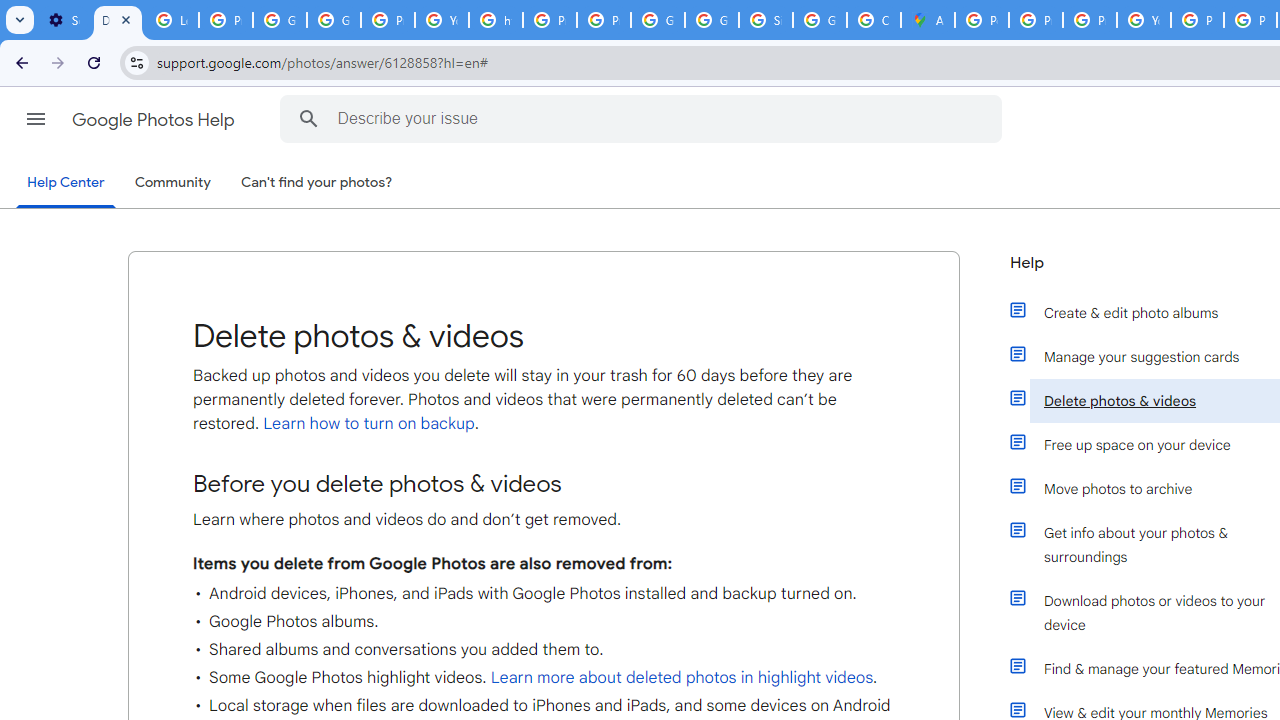 Image resolution: width=1280 pixels, height=720 pixels. What do you see at coordinates (279, 20) in the screenshot?
I see `'Google Account Help'` at bounding box center [279, 20].